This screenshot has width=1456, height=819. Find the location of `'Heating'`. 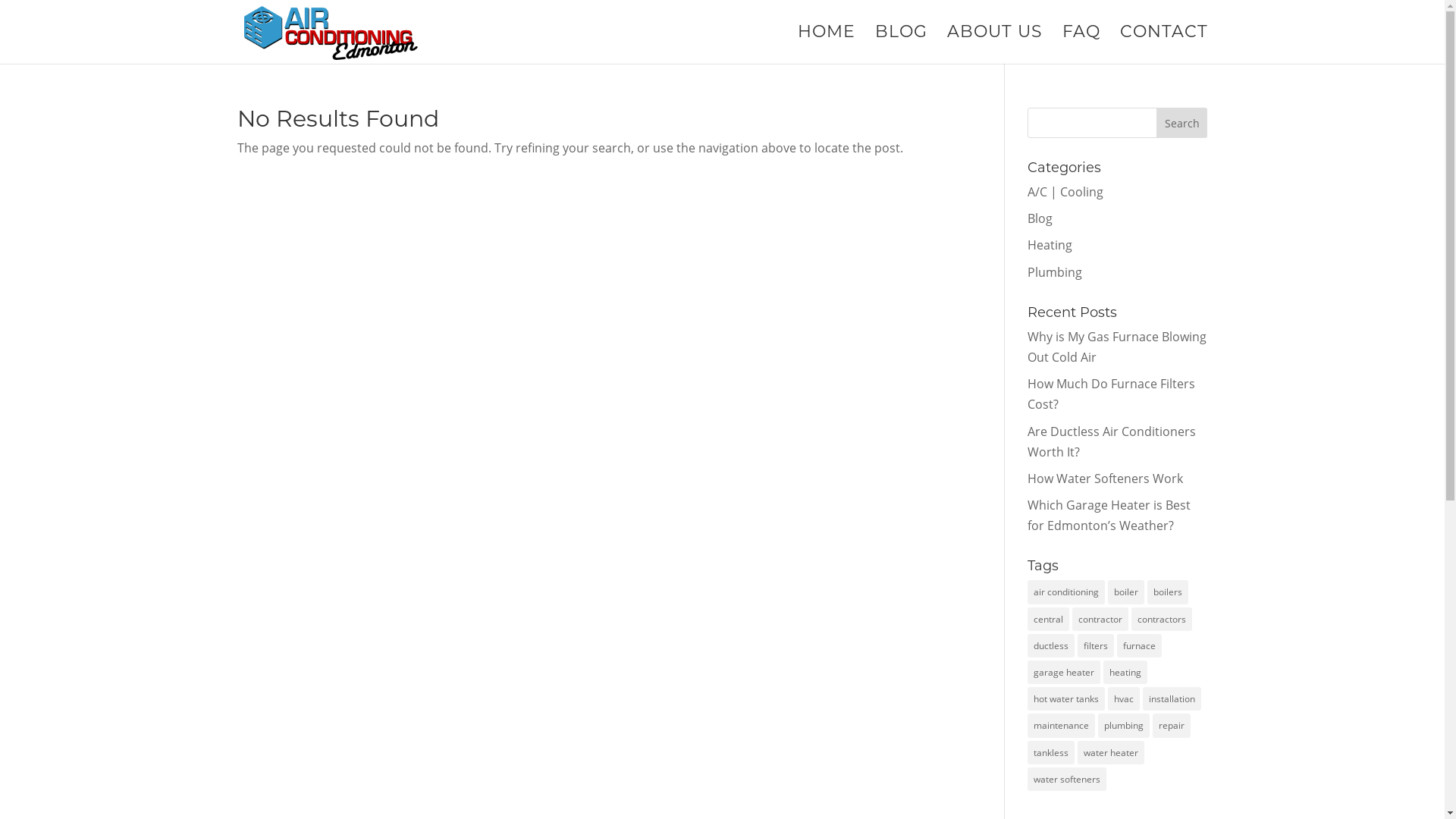

'Heating' is located at coordinates (1027, 244).